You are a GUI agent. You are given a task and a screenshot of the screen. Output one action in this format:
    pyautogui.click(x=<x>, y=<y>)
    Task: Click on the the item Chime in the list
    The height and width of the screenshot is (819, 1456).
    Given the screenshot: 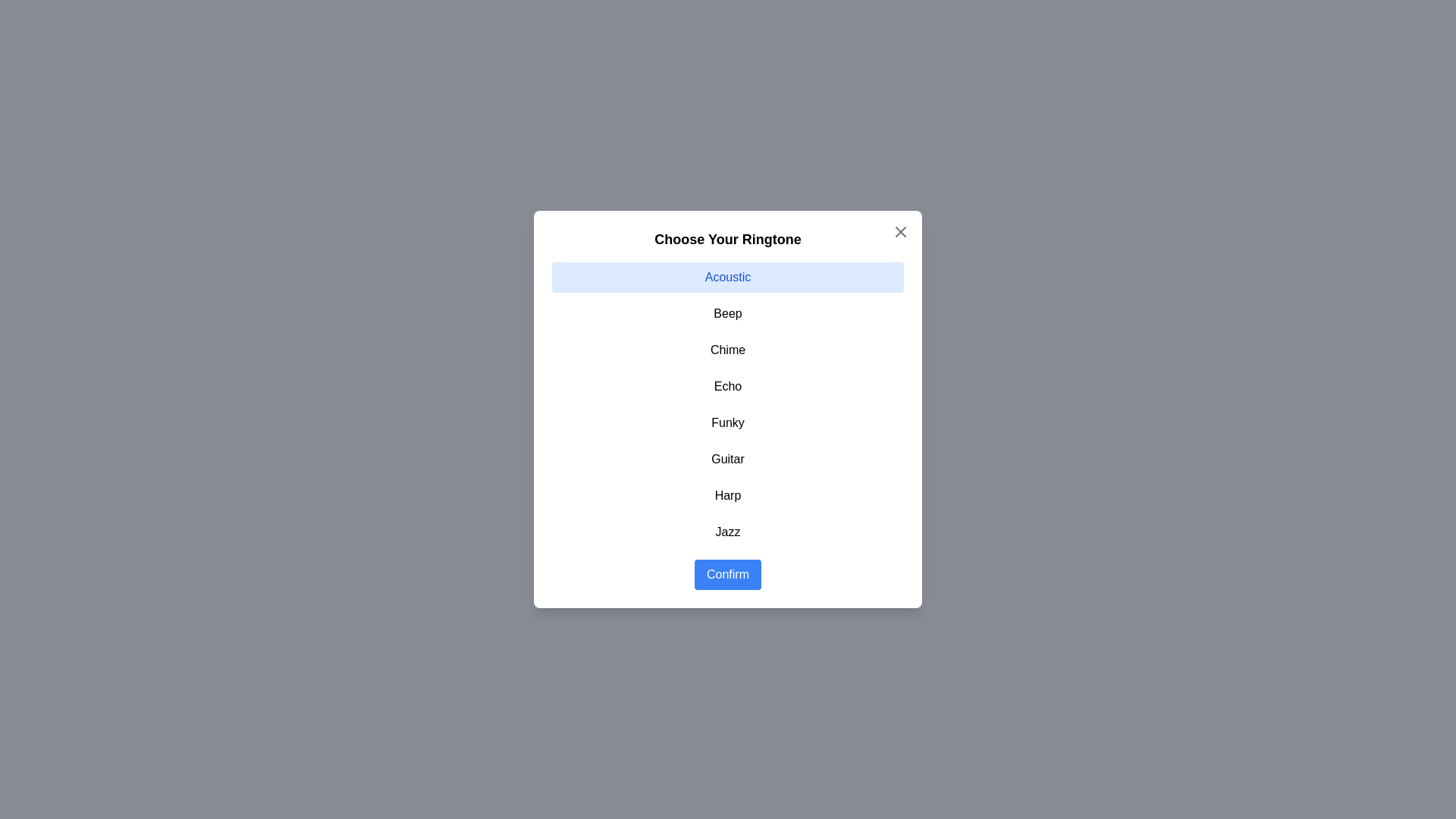 What is the action you would take?
    pyautogui.click(x=728, y=350)
    